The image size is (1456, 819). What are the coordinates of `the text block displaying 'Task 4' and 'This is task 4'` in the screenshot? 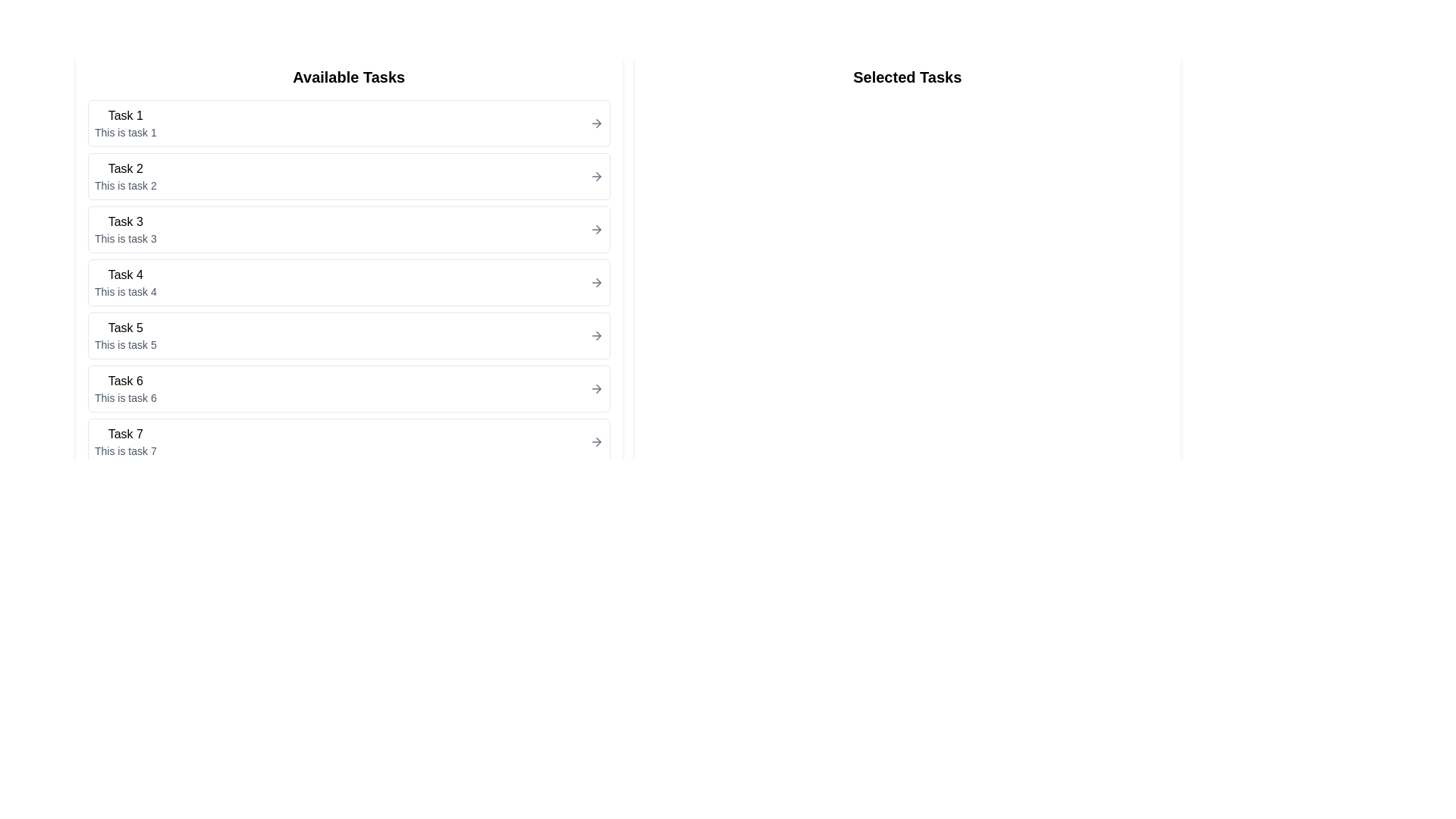 It's located at (125, 283).